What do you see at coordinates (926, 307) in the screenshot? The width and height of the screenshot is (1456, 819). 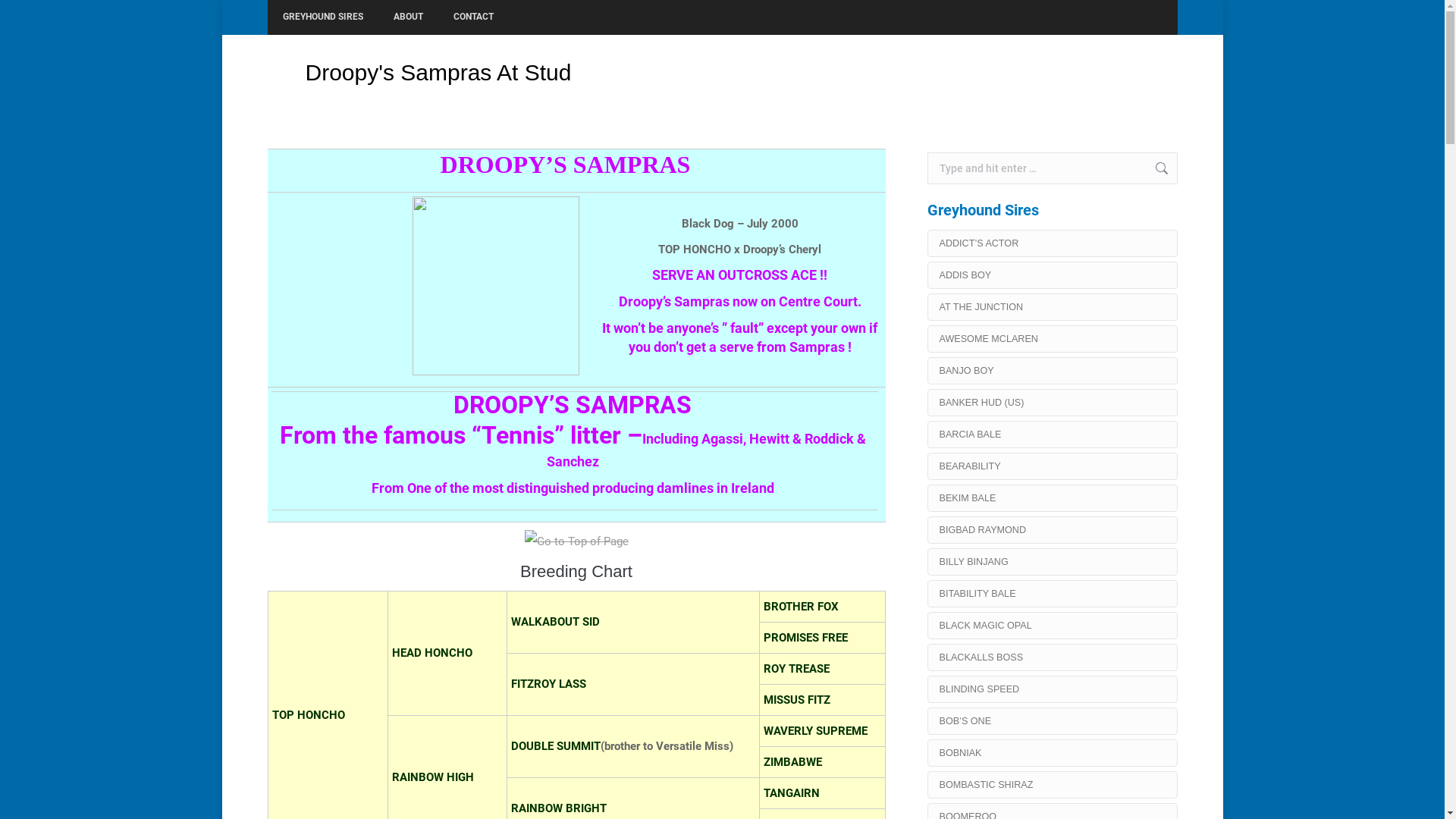 I see `'AT THE JUNCTION'` at bounding box center [926, 307].